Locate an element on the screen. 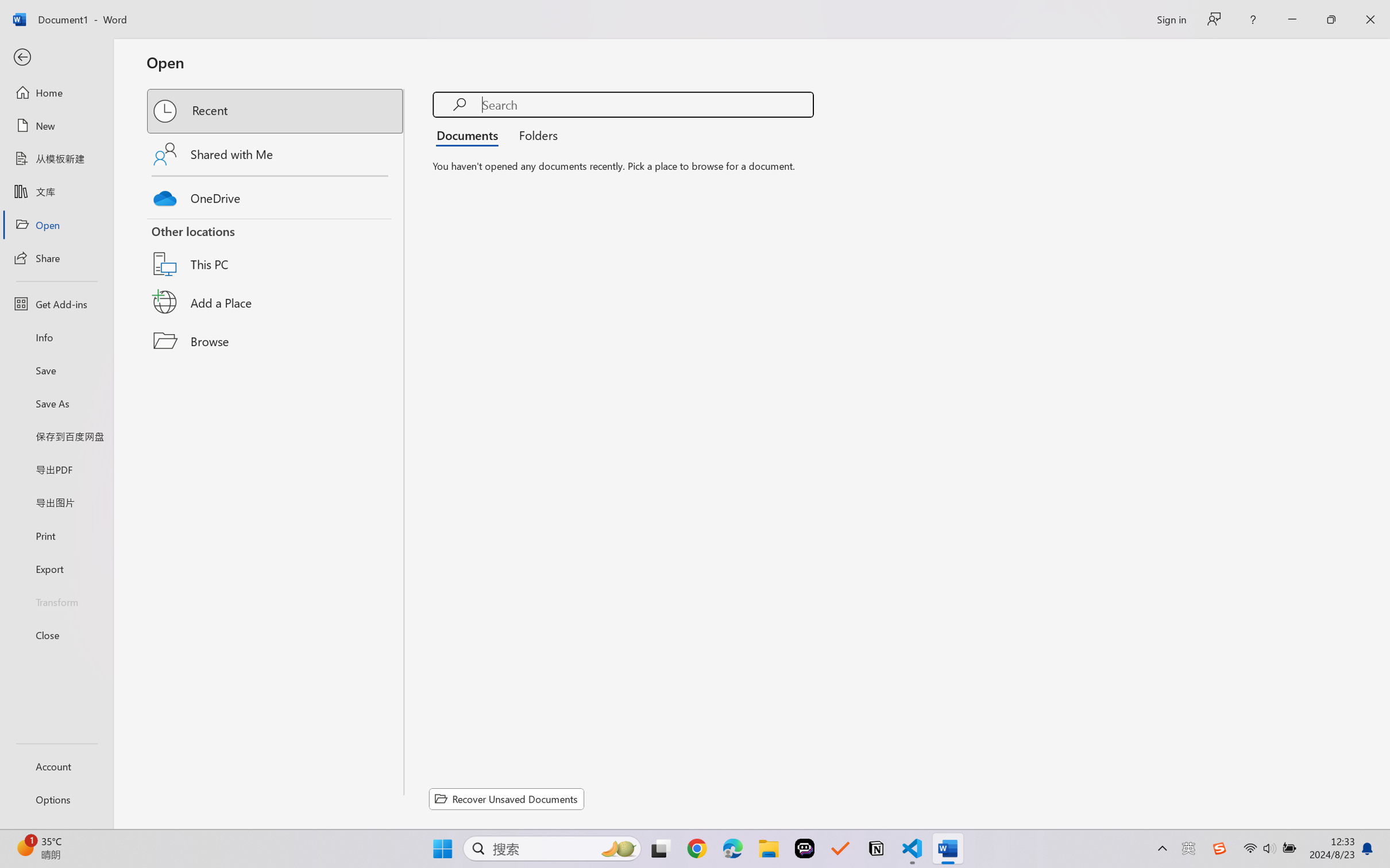 This screenshot has width=1390, height=868. 'Add a Place' is located at coordinates (276, 301).